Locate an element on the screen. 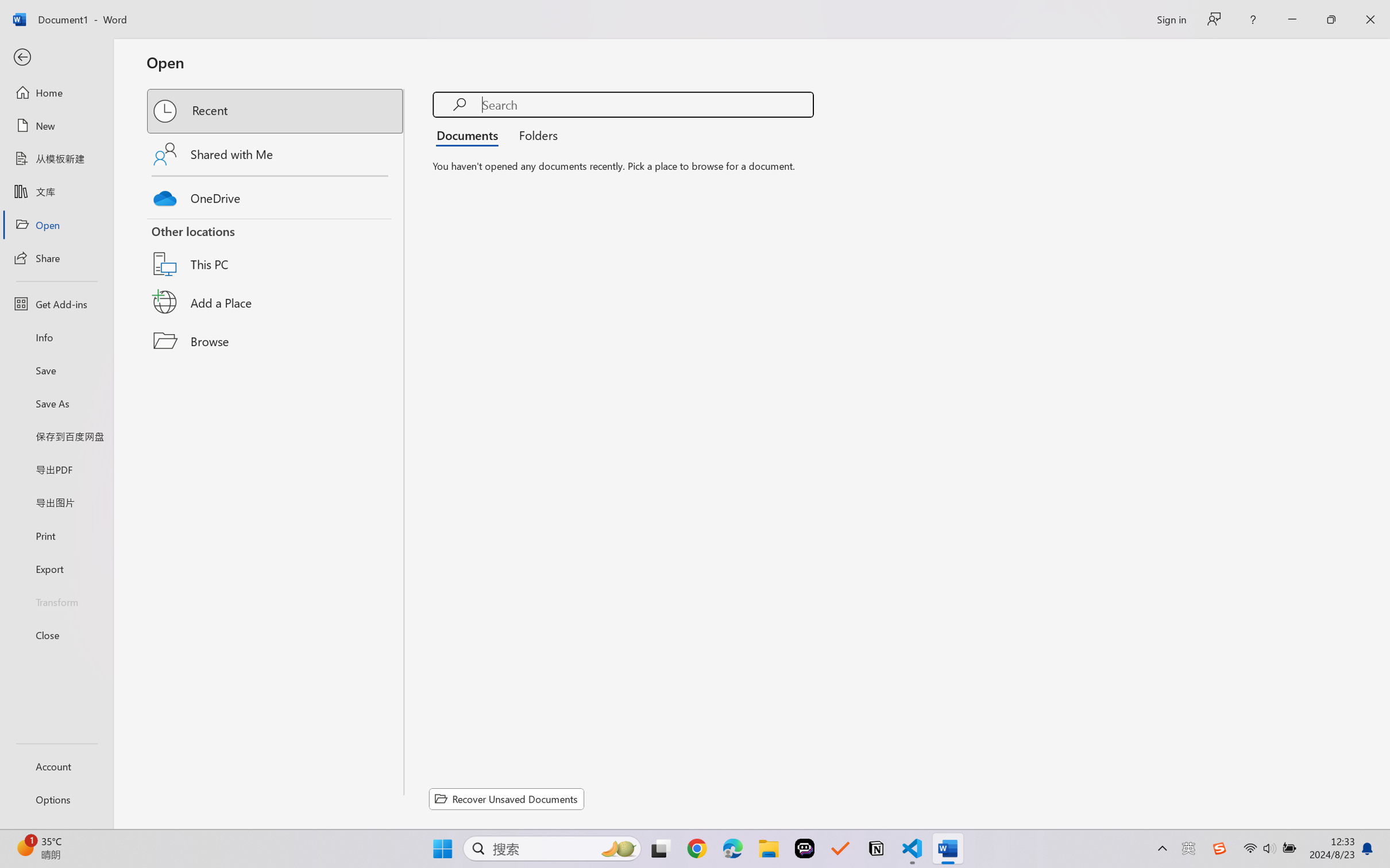 This screenshot has width=1390, height=868. 'Add a Place' is located at coordinates (276, 301).